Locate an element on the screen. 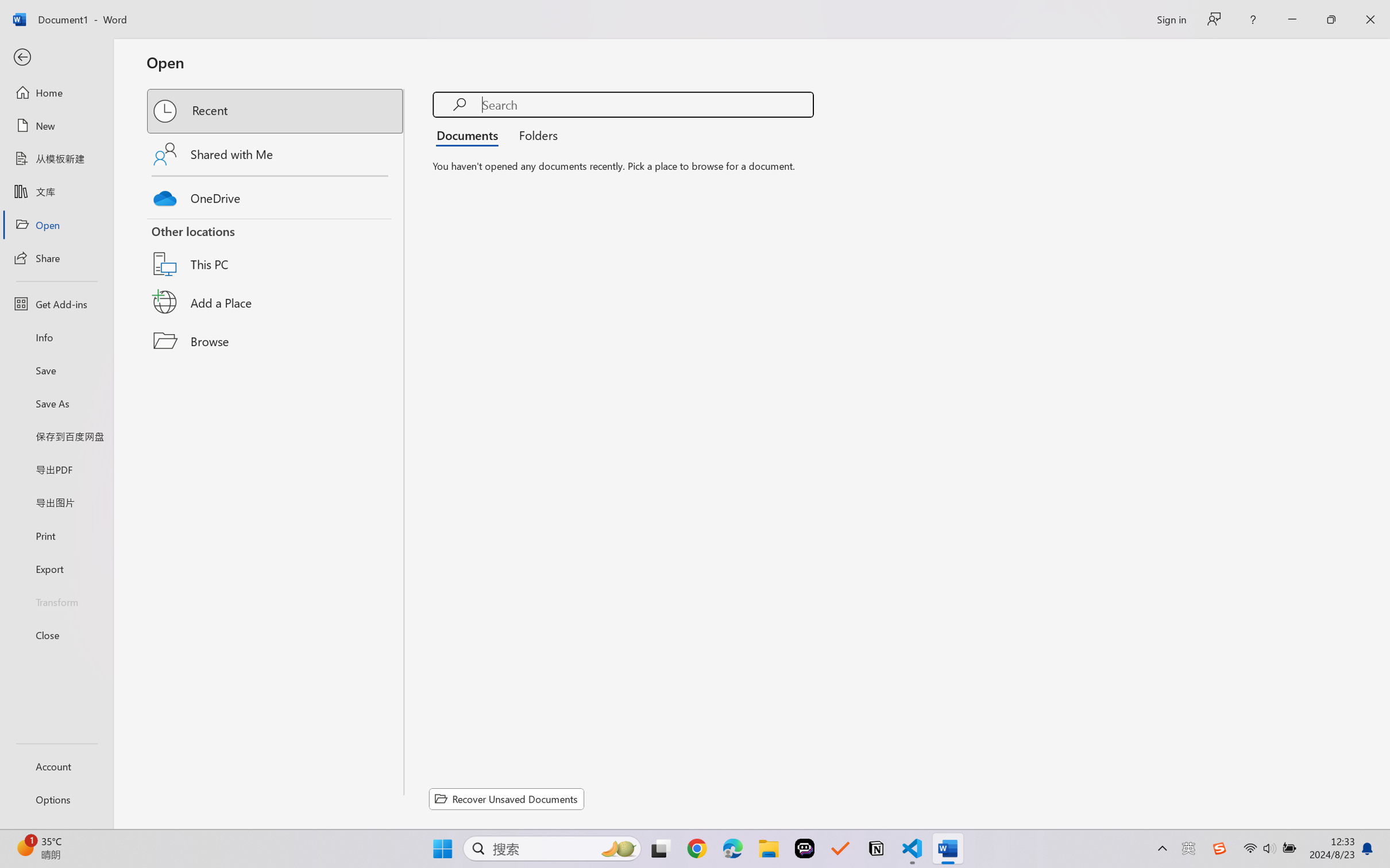 This screenshot has width=1390, height=868. 'Add a Place' is located at coordinates (276, 301).